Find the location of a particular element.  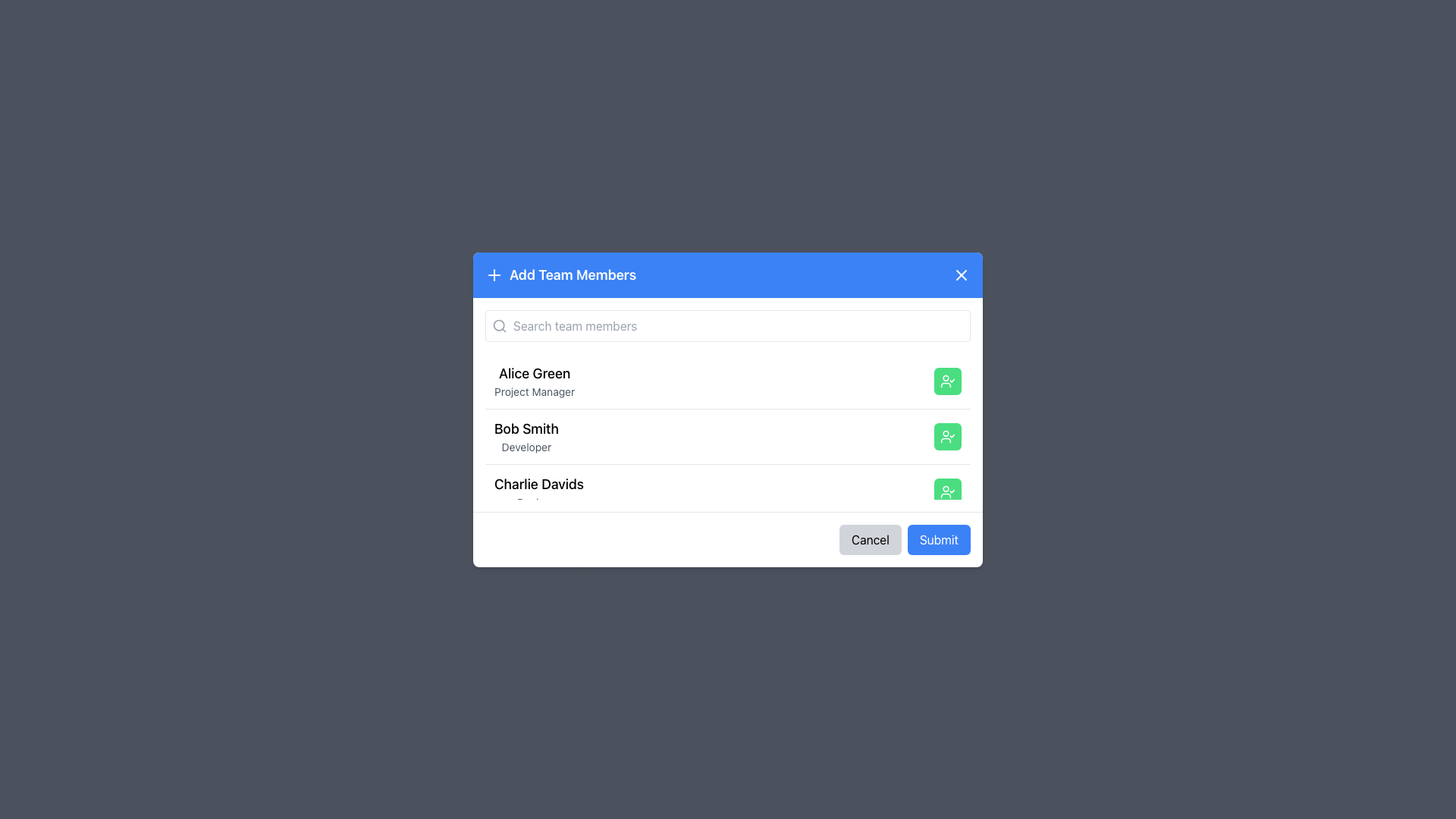

the icon button located in the second row of the 'Add Team Members' list is located at coordinates (946, 435).